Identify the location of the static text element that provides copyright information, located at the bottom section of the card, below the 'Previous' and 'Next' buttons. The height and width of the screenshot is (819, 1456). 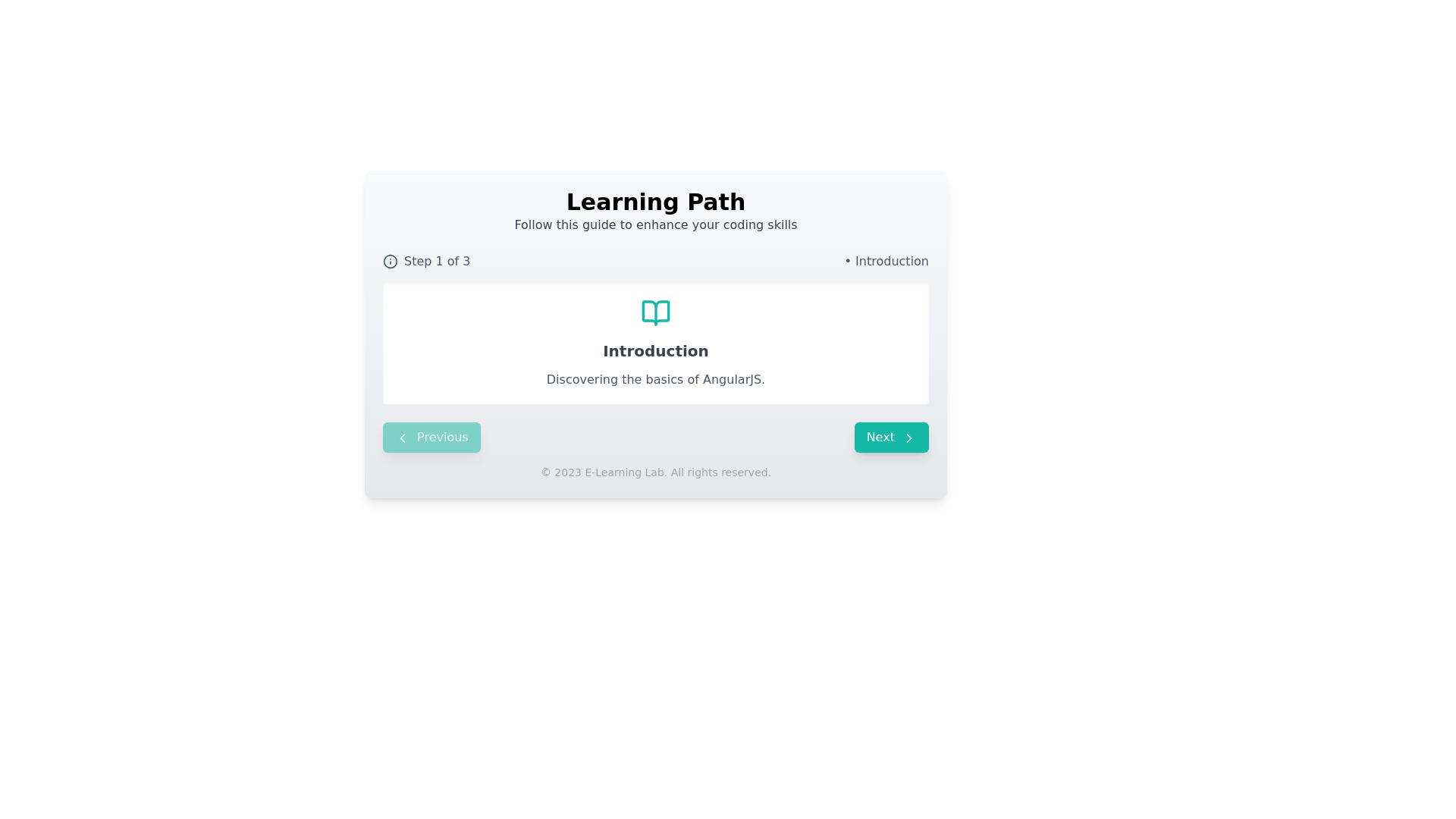
(655, 472).